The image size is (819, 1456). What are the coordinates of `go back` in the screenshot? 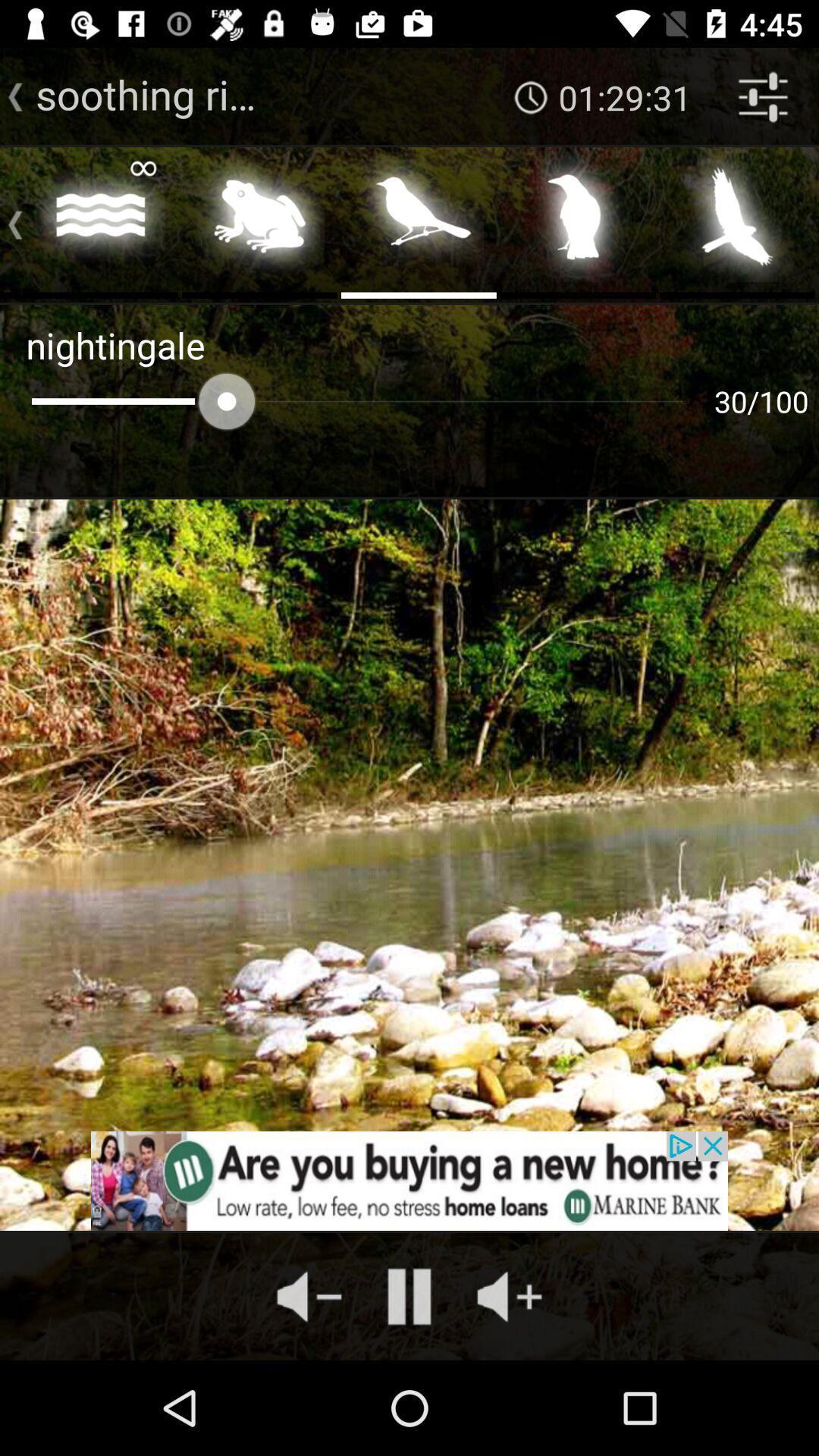 It's located at (9, 221).